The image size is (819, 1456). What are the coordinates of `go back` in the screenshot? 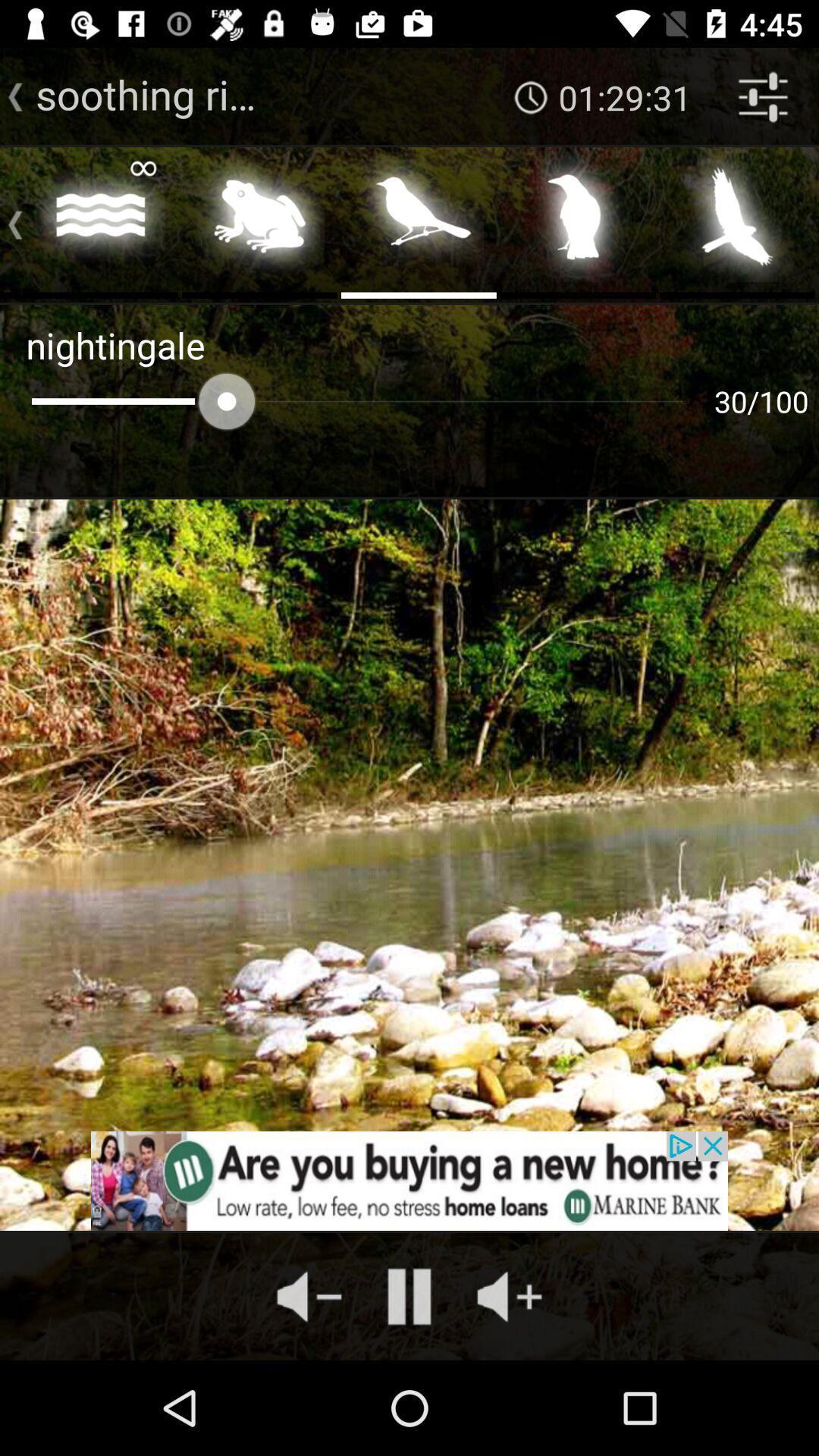 It's located at (9, 221).